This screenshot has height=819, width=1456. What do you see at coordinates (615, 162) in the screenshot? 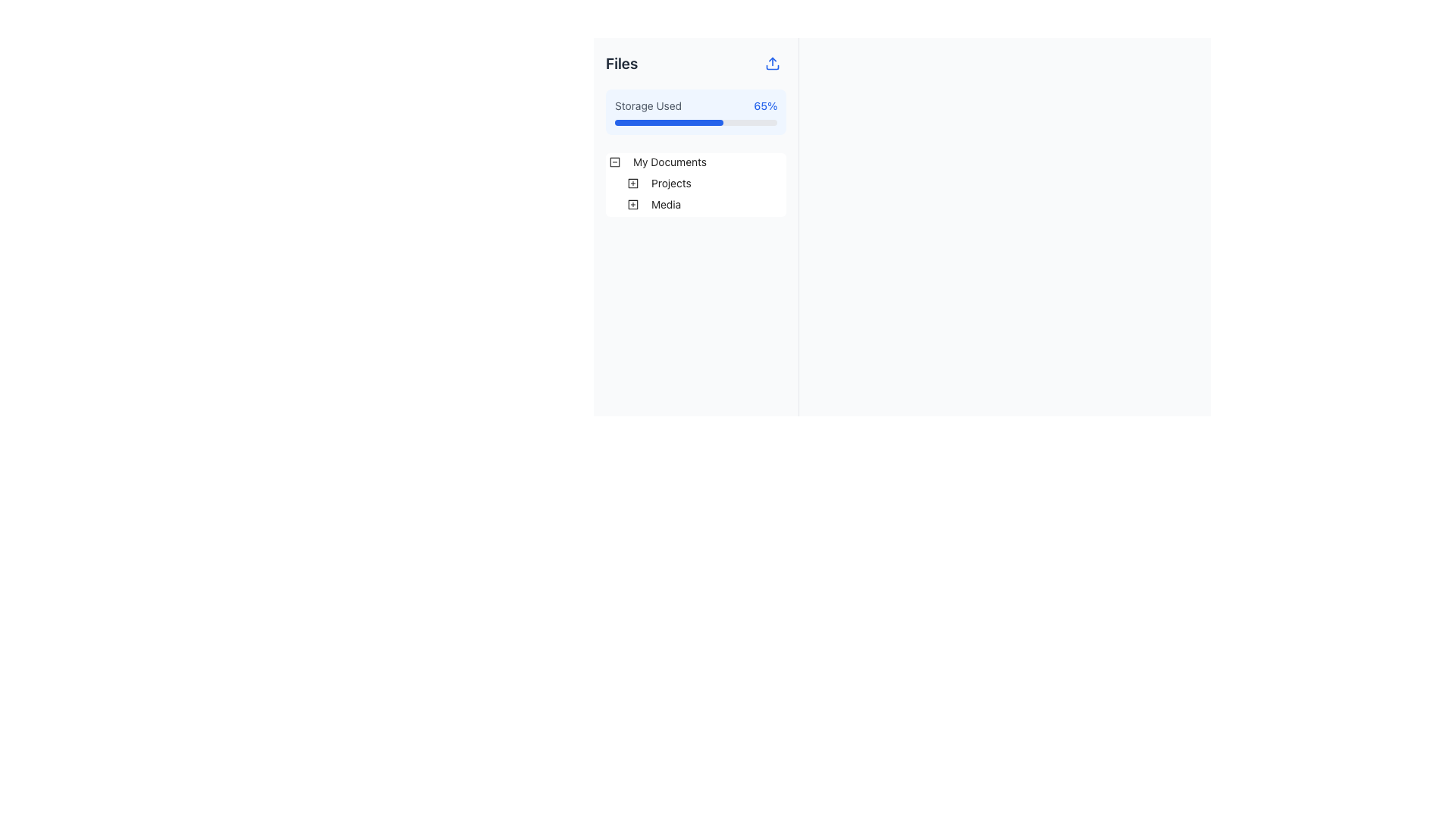
I see `the Toggle Button element with a minus sign, located to the left of 'My Documents' in the vertical file tree structure, to indicate interactivity` at bounding box center [615, 162].